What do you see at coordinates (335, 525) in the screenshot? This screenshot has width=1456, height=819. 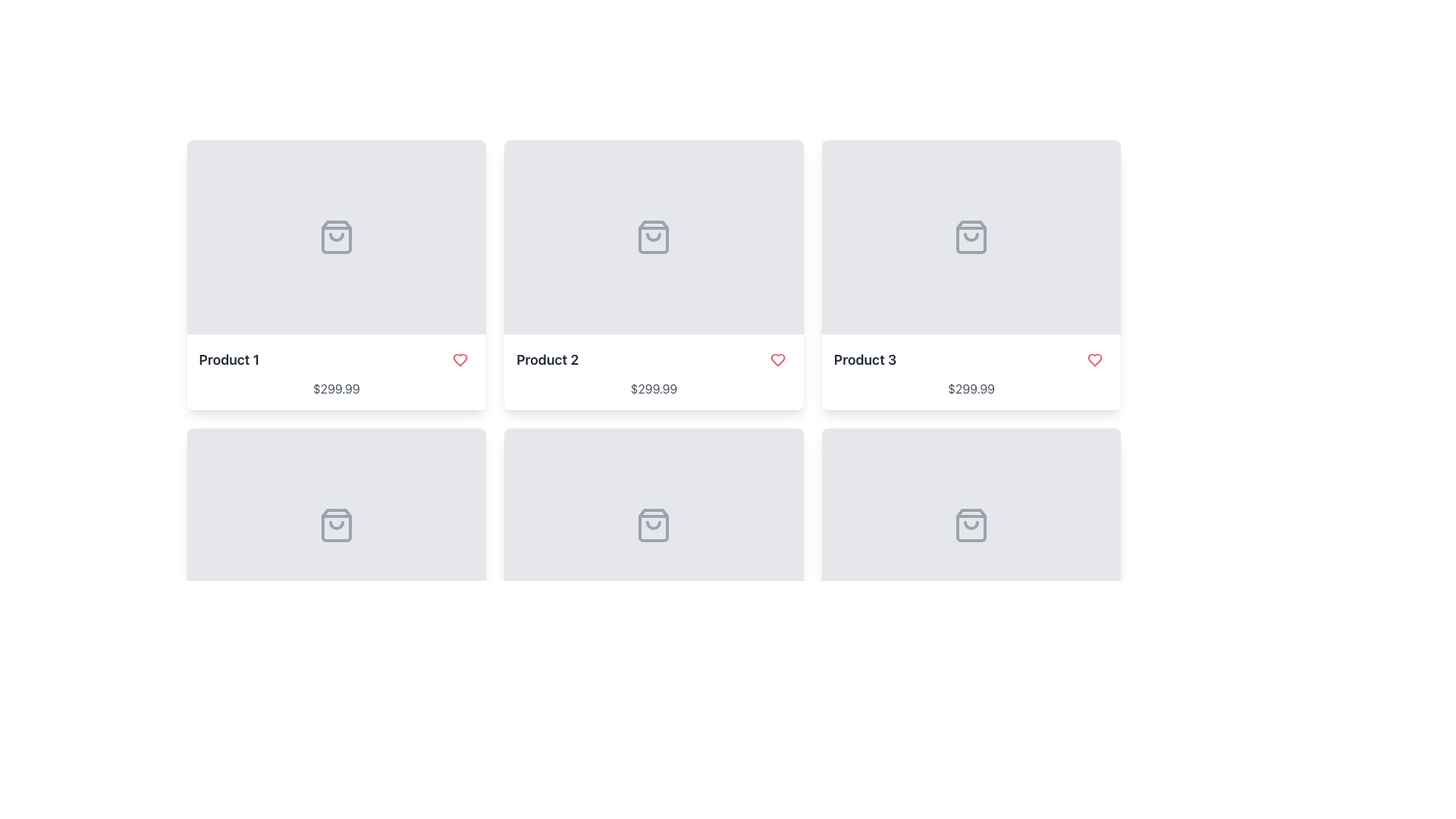 I see `the shopping bag icon, represented by a gray line art outline with a top handle` at bounding box center [335, 525].